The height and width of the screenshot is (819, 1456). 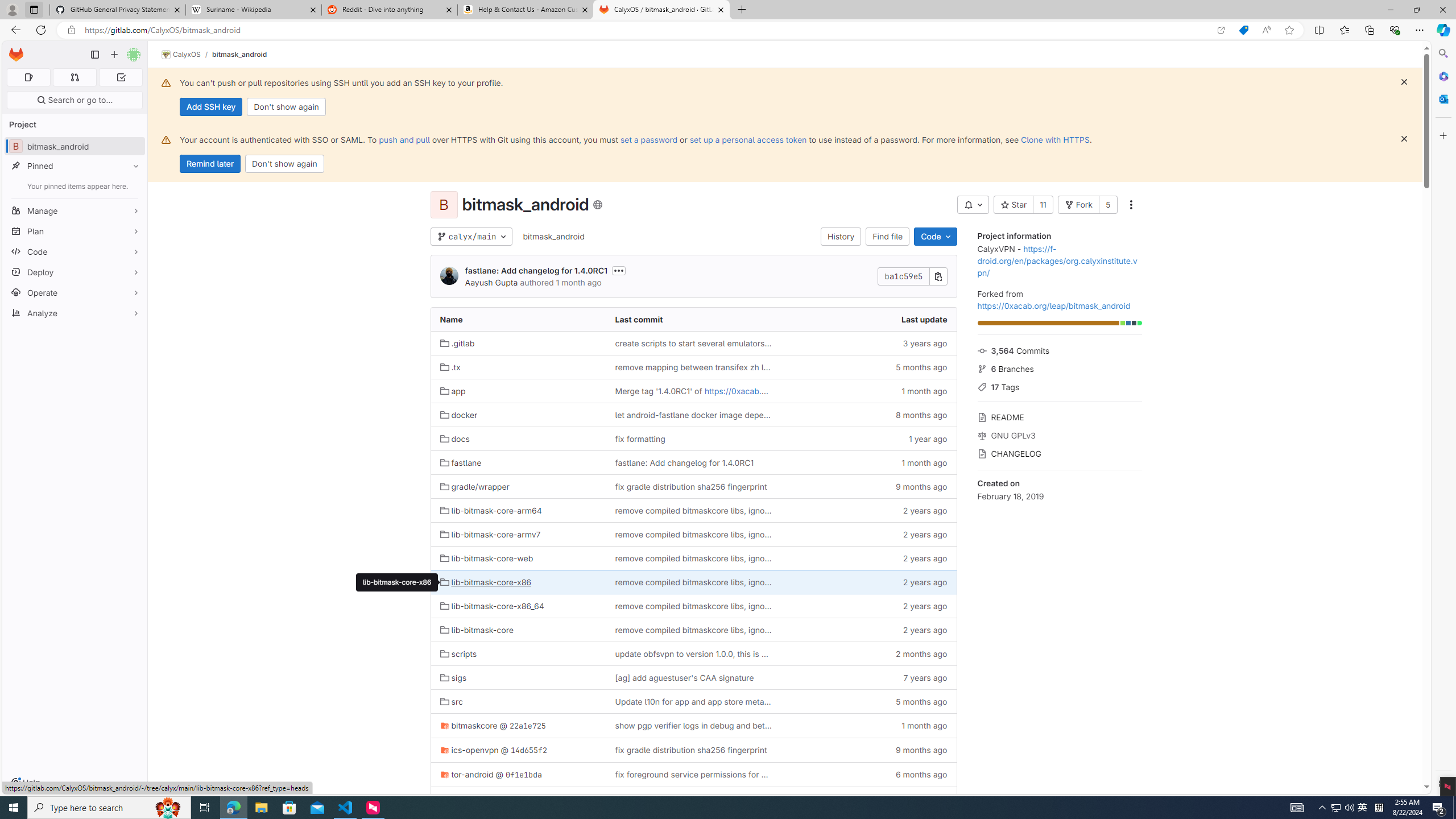 I want to click on '3,564 Commits', so click(x=1059, y=349).